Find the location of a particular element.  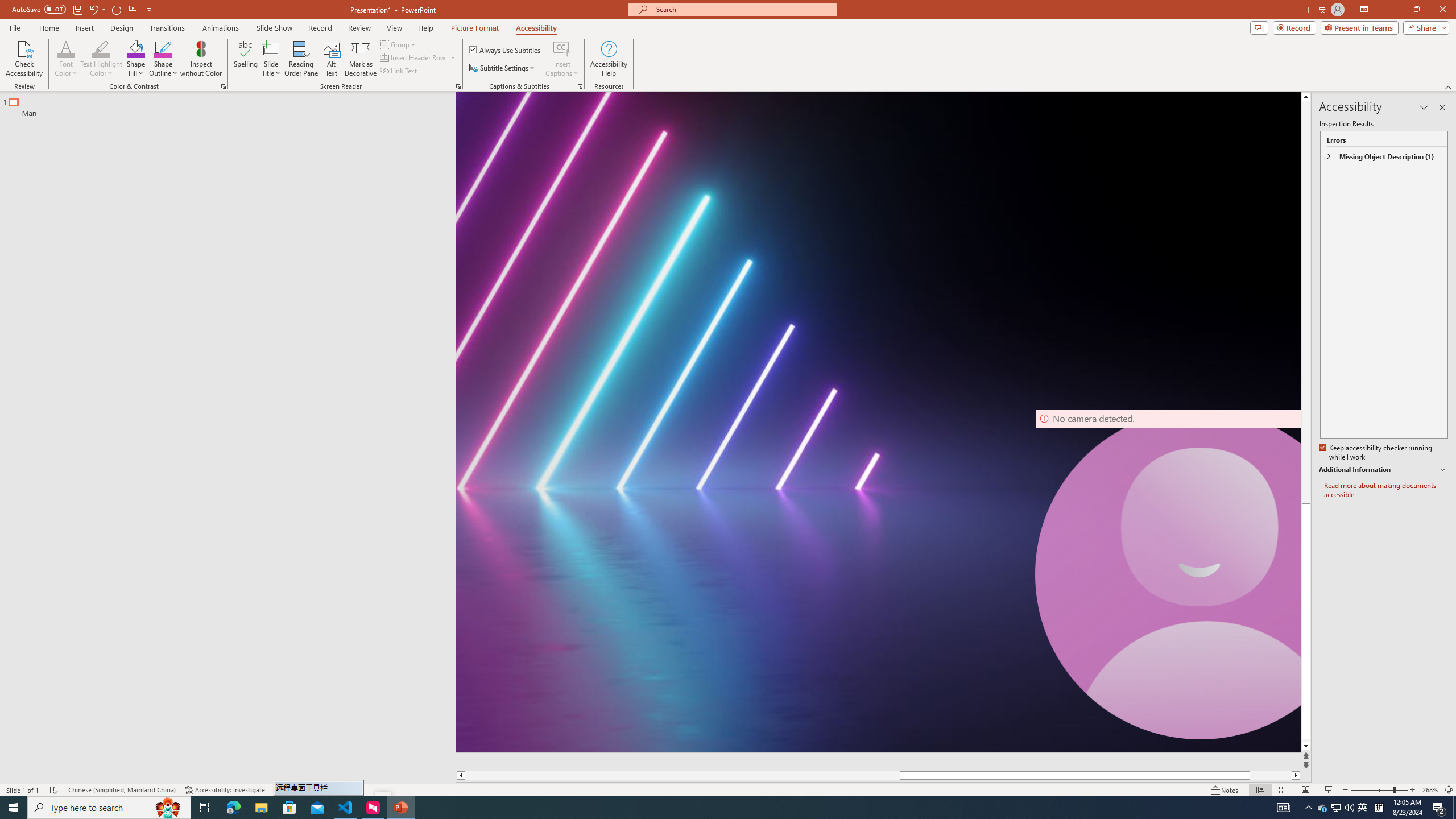

'File Tab' is located at coordinates (14, 27).